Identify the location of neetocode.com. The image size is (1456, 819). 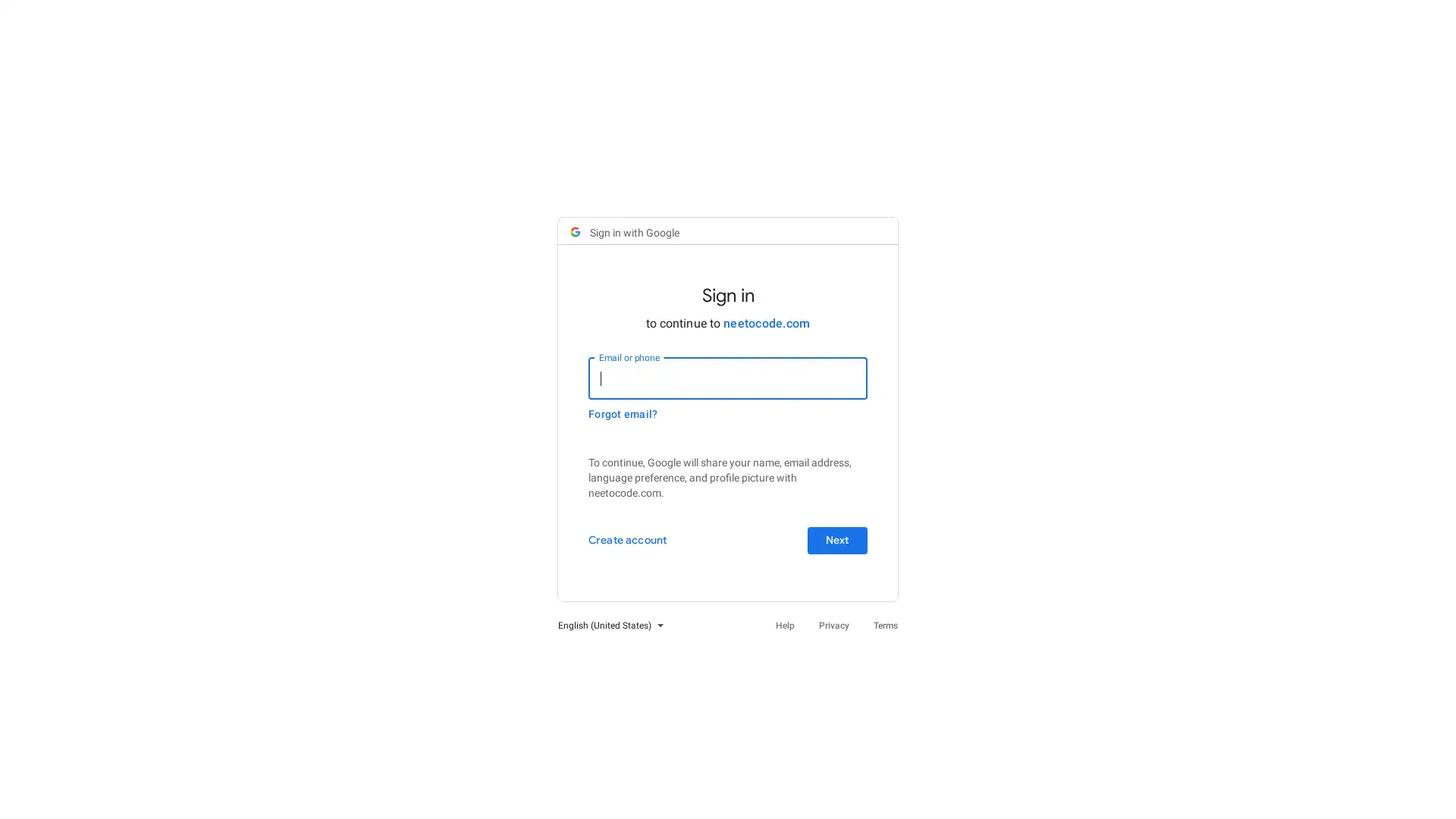
(767, 322).